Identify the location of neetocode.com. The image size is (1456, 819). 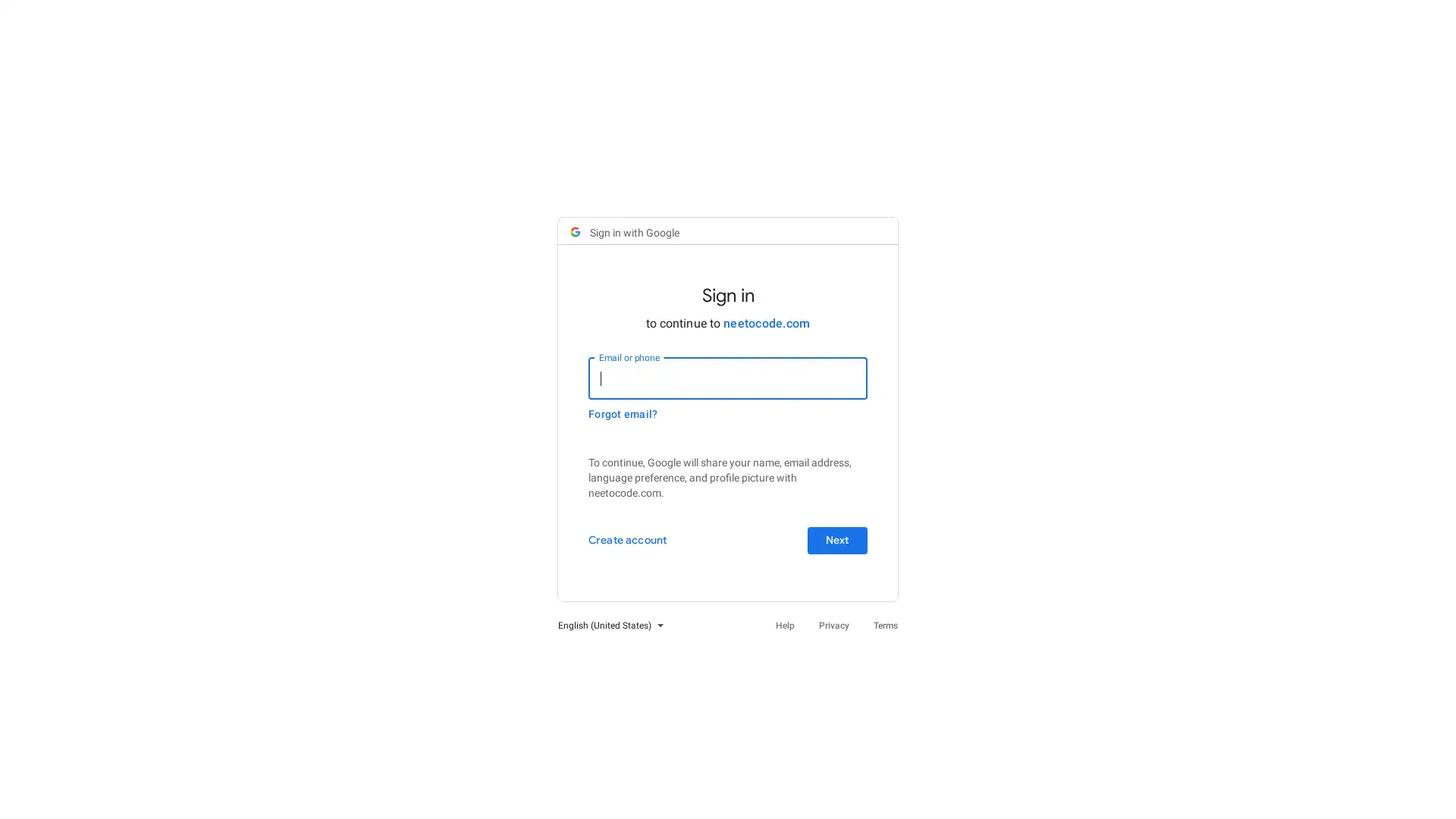
(767, 322).